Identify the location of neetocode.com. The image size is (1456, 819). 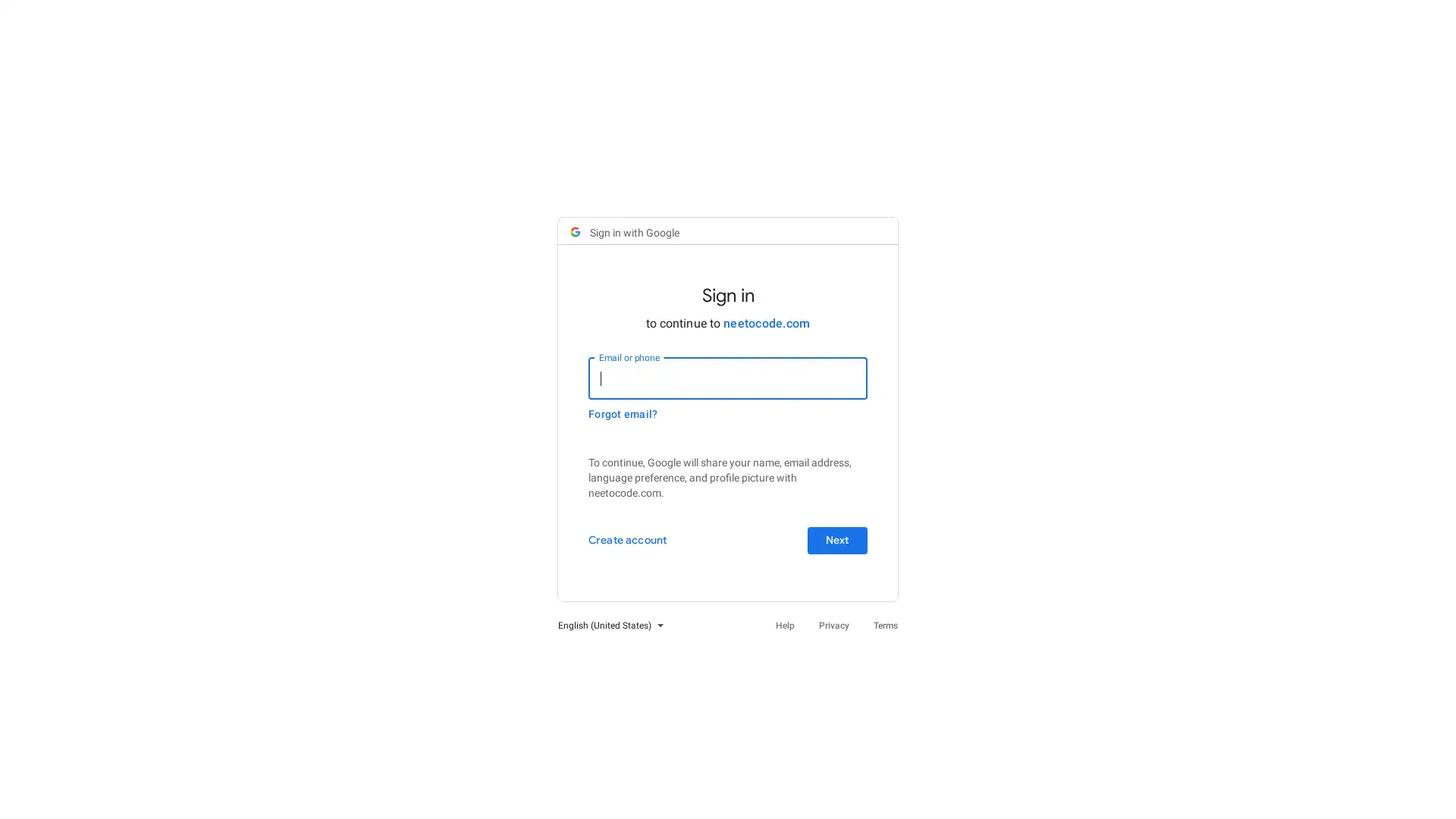
(767, 322).